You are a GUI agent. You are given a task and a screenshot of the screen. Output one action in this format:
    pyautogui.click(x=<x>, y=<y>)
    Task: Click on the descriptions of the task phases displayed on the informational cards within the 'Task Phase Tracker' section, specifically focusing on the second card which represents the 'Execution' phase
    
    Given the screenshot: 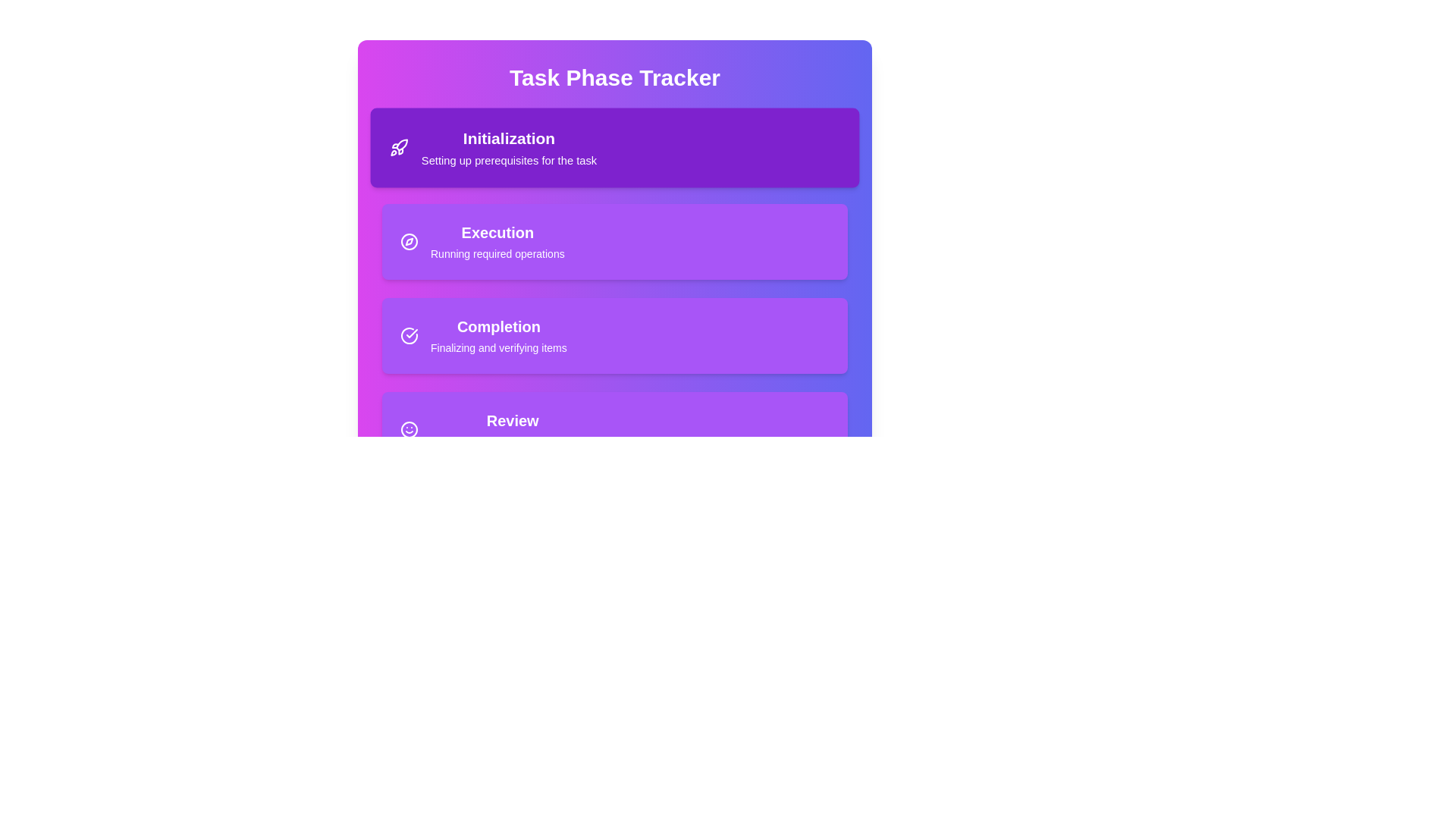 What is the action you would take?
    pyautogui.click(x=615, y=289)
    